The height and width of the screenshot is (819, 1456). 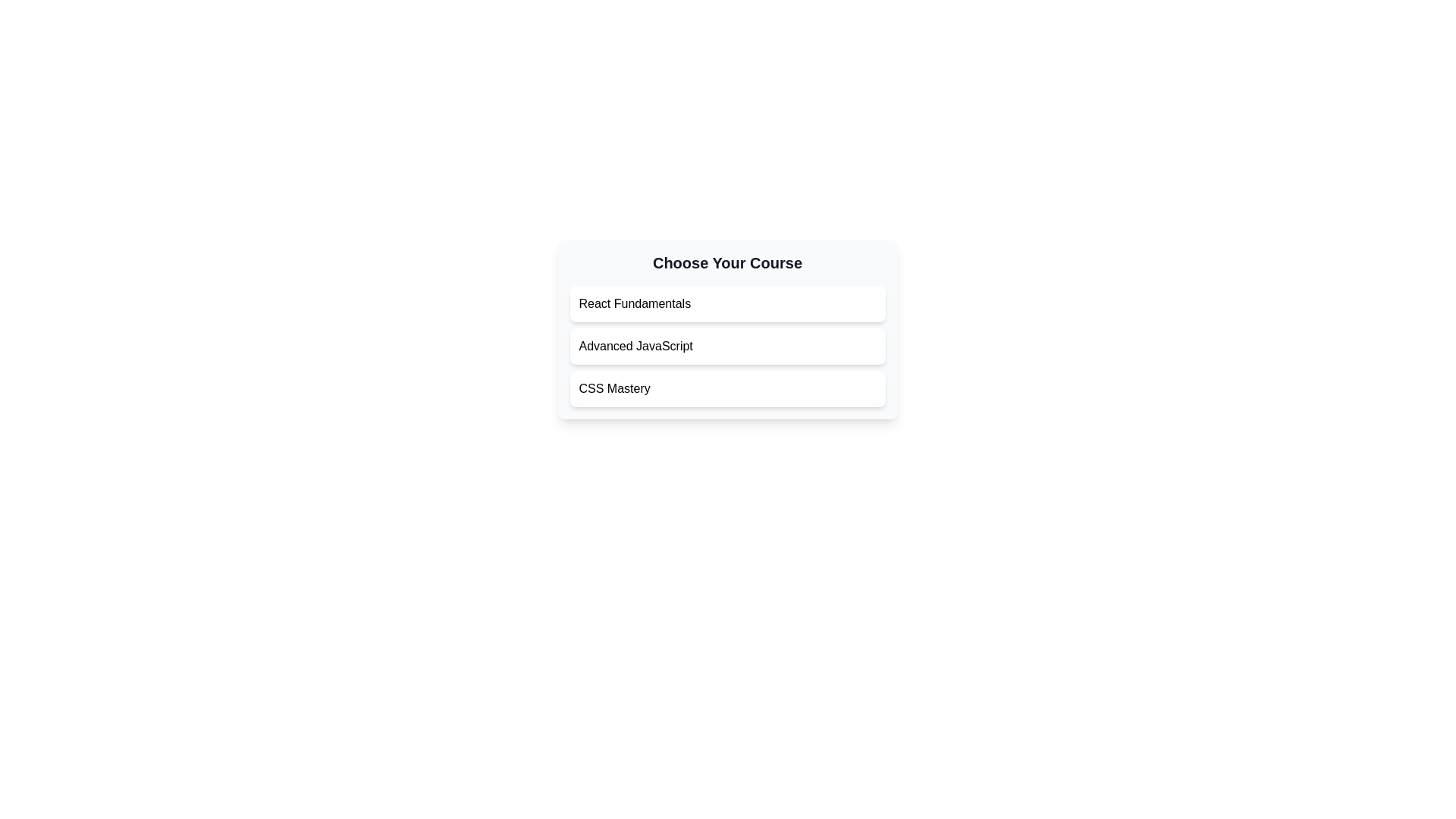 What do you see at coordinates (726, 346) in the screenshot?
I see `the 'Advanced JavaScript' radio button option` at bounding box center [726, 346].